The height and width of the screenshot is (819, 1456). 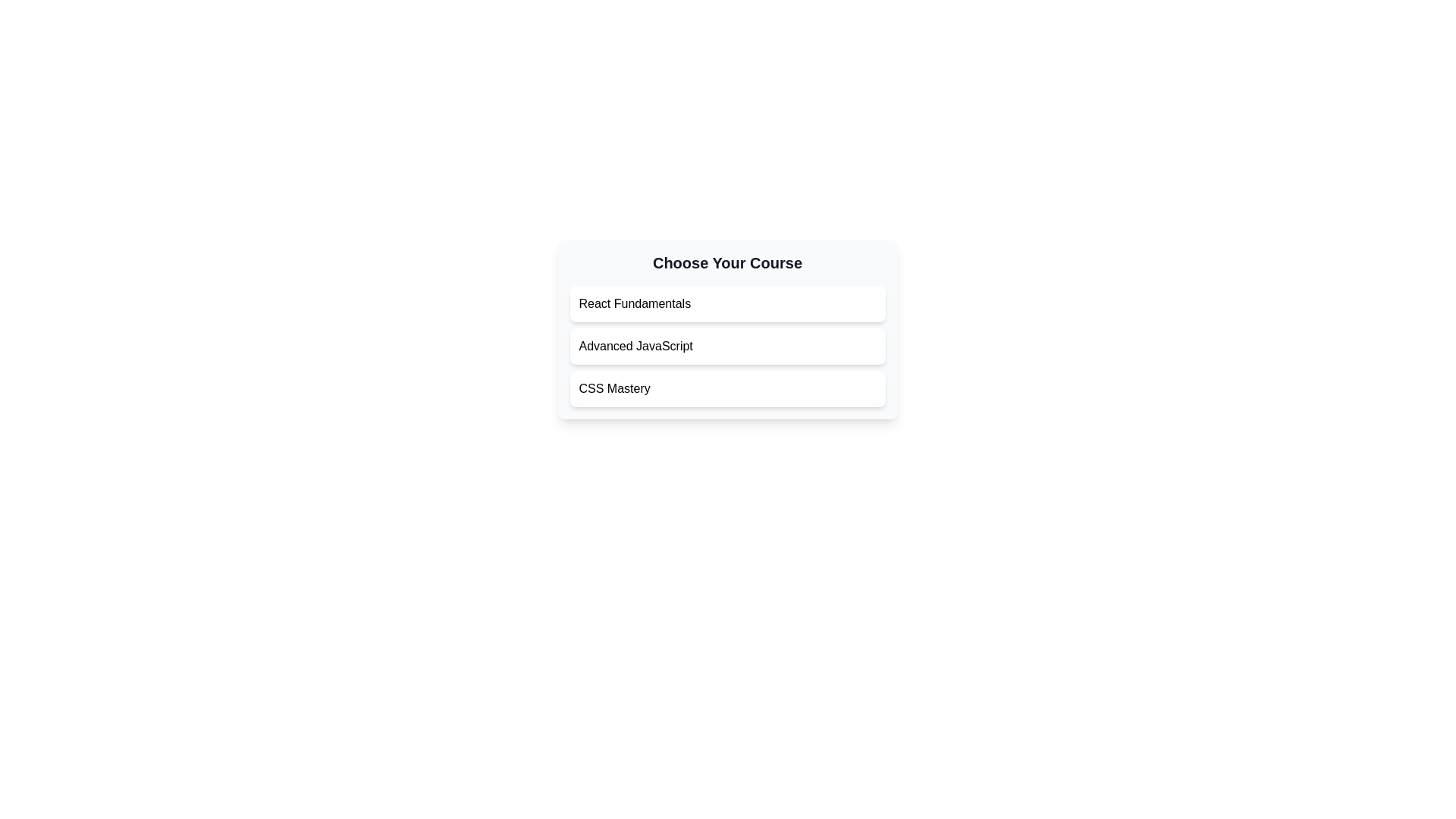 What do you see at coordinates (726, 346) in the screenshot?
I see `the 'Advanced JavaScript' radio button option` at bounding box center [726, 346].